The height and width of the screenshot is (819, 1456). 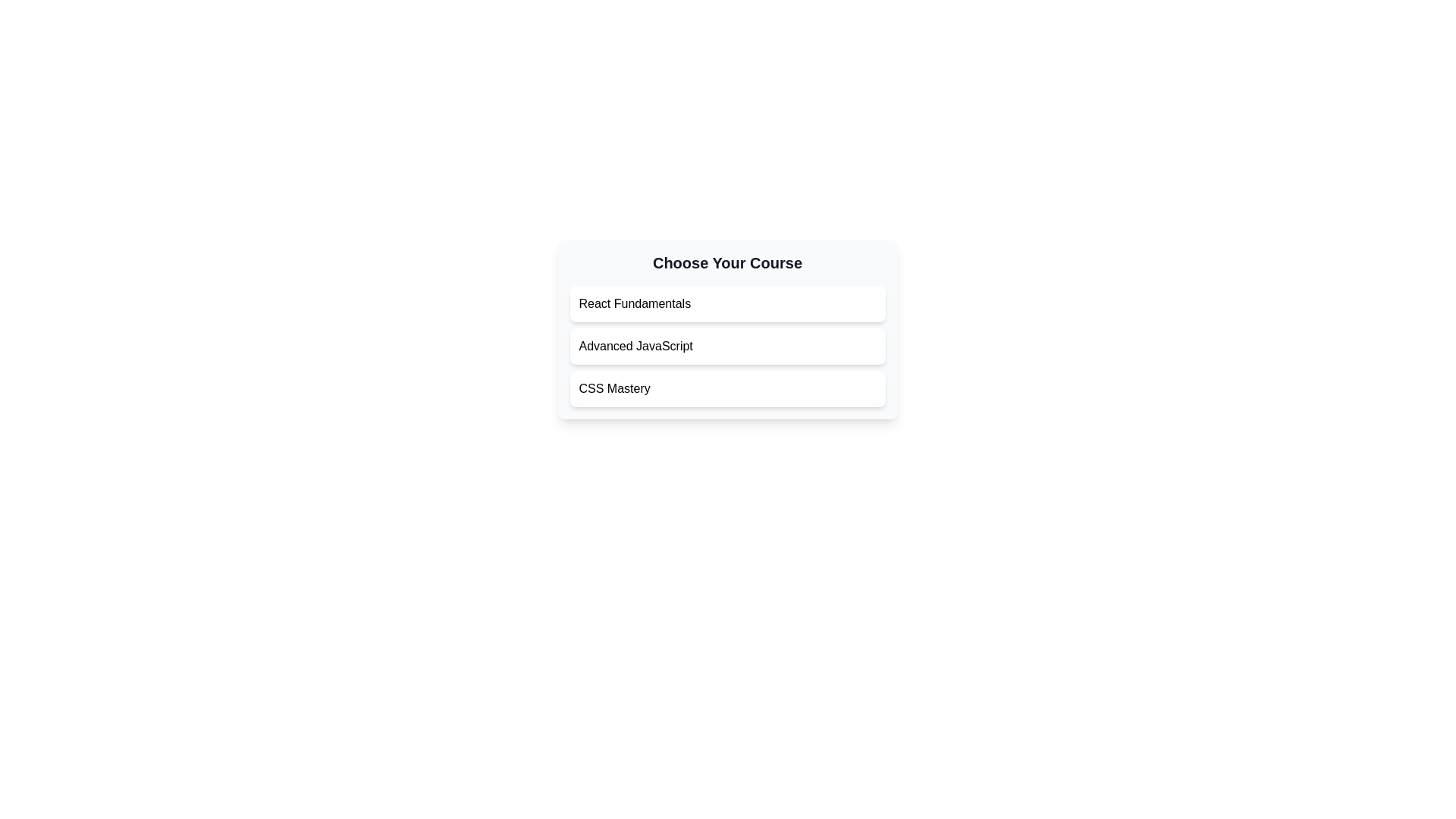 What do you see at coordinates (726, 346) in the screenshot?
I see `the 'Advanced JavaScript' radio button option` at bounding box center [726, 346].